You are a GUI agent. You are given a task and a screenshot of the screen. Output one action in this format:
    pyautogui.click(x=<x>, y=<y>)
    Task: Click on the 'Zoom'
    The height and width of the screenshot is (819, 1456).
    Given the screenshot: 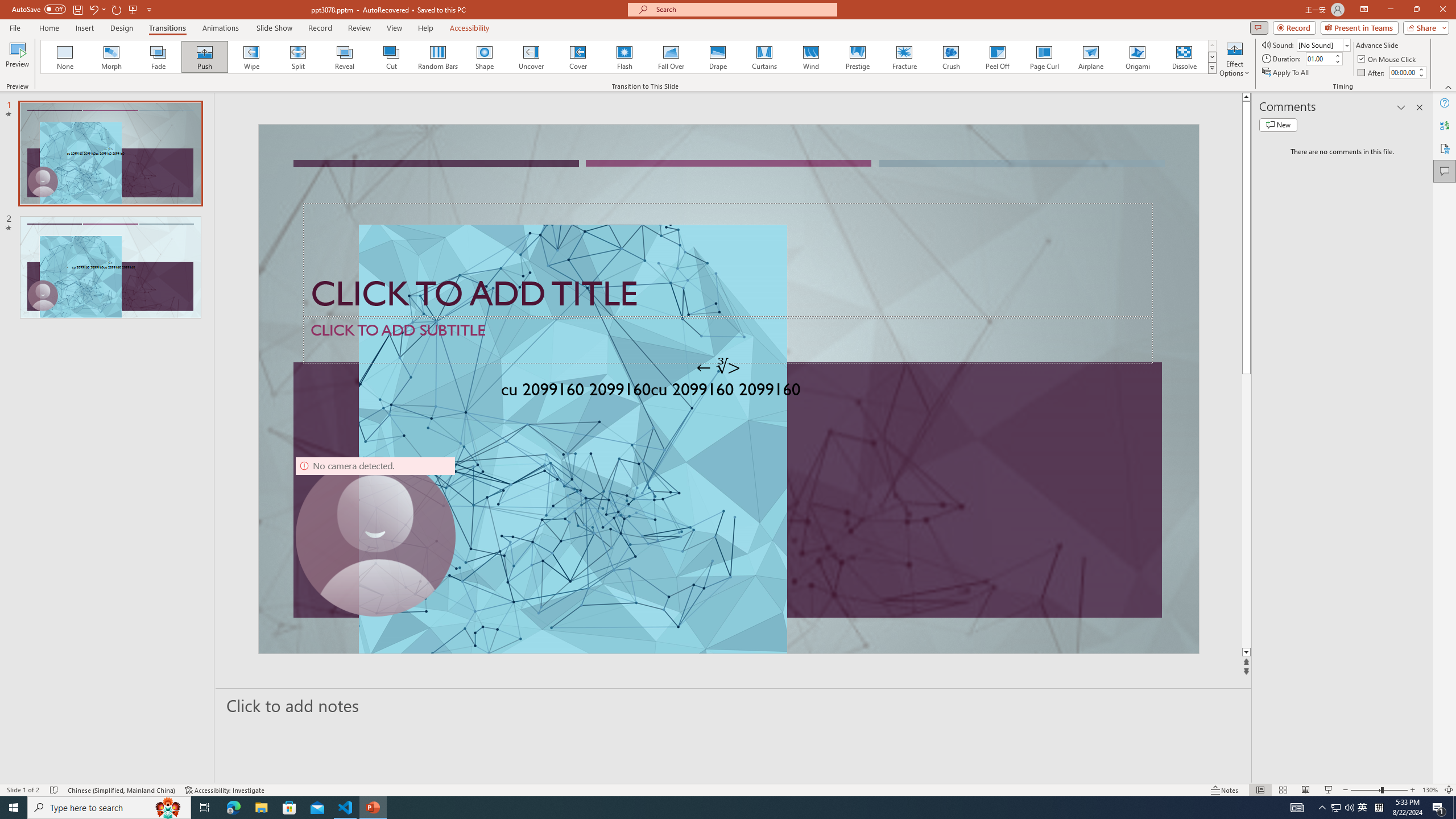 What is the action you would take?
    pyautogui.click(x=1379, y=790)
    